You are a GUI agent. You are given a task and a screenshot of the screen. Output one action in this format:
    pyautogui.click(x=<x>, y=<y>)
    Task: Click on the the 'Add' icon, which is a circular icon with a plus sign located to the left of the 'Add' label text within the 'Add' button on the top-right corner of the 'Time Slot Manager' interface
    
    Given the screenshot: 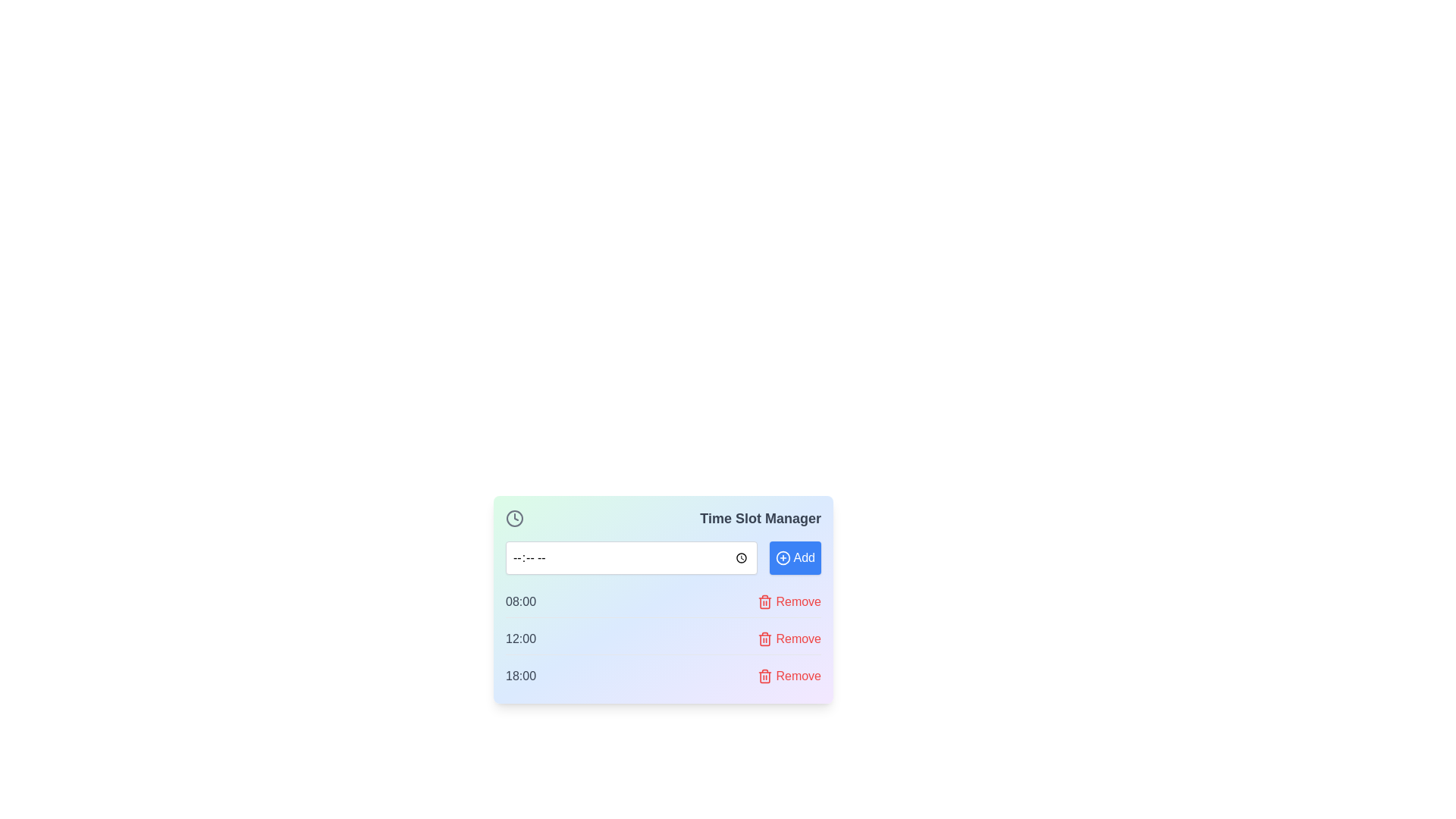 What is the action you would take?
    pyautogui.click(x=783, y=558)
    